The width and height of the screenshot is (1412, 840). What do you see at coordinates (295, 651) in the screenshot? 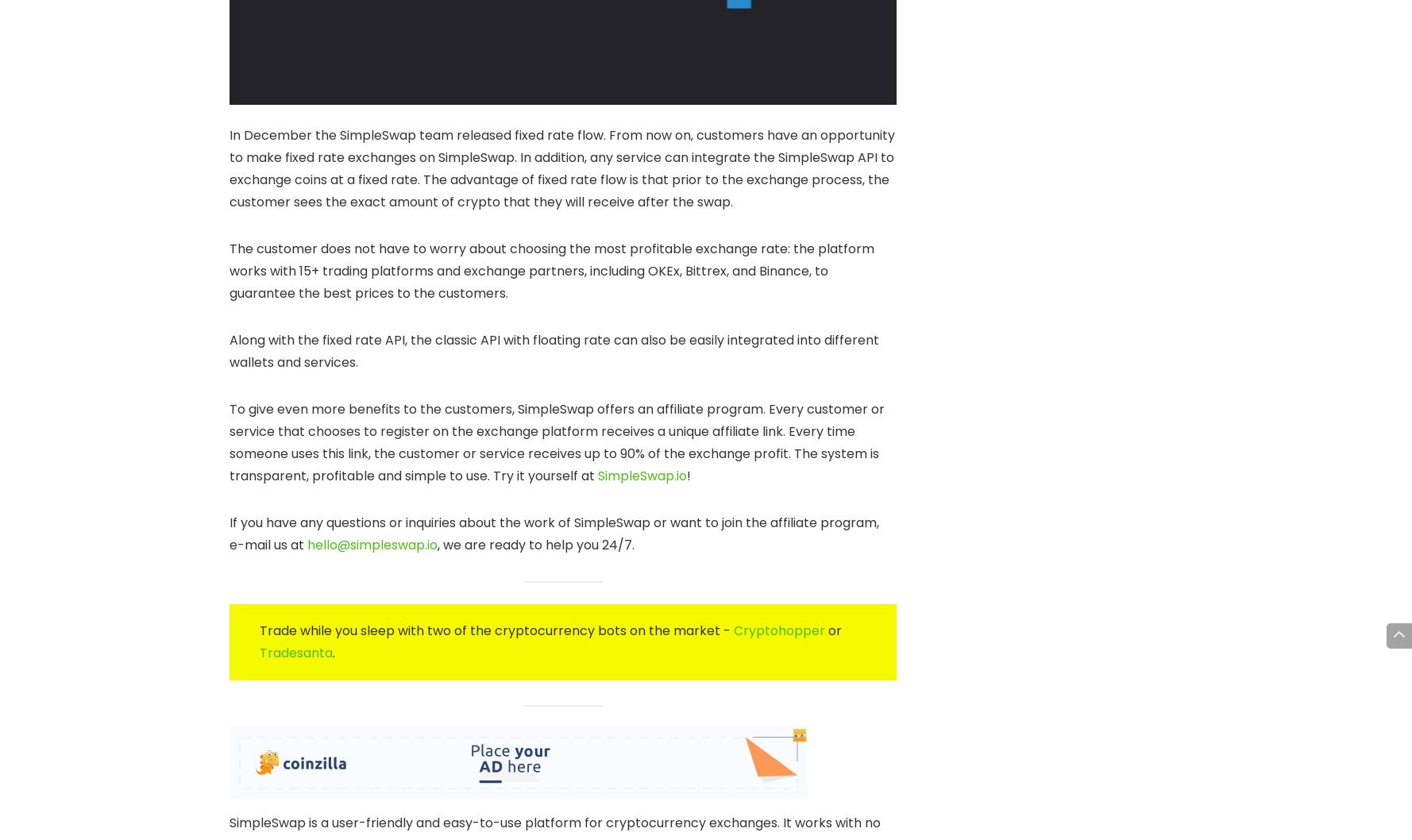
I see `'Tradesanta'` at bounding box center [295, 651].